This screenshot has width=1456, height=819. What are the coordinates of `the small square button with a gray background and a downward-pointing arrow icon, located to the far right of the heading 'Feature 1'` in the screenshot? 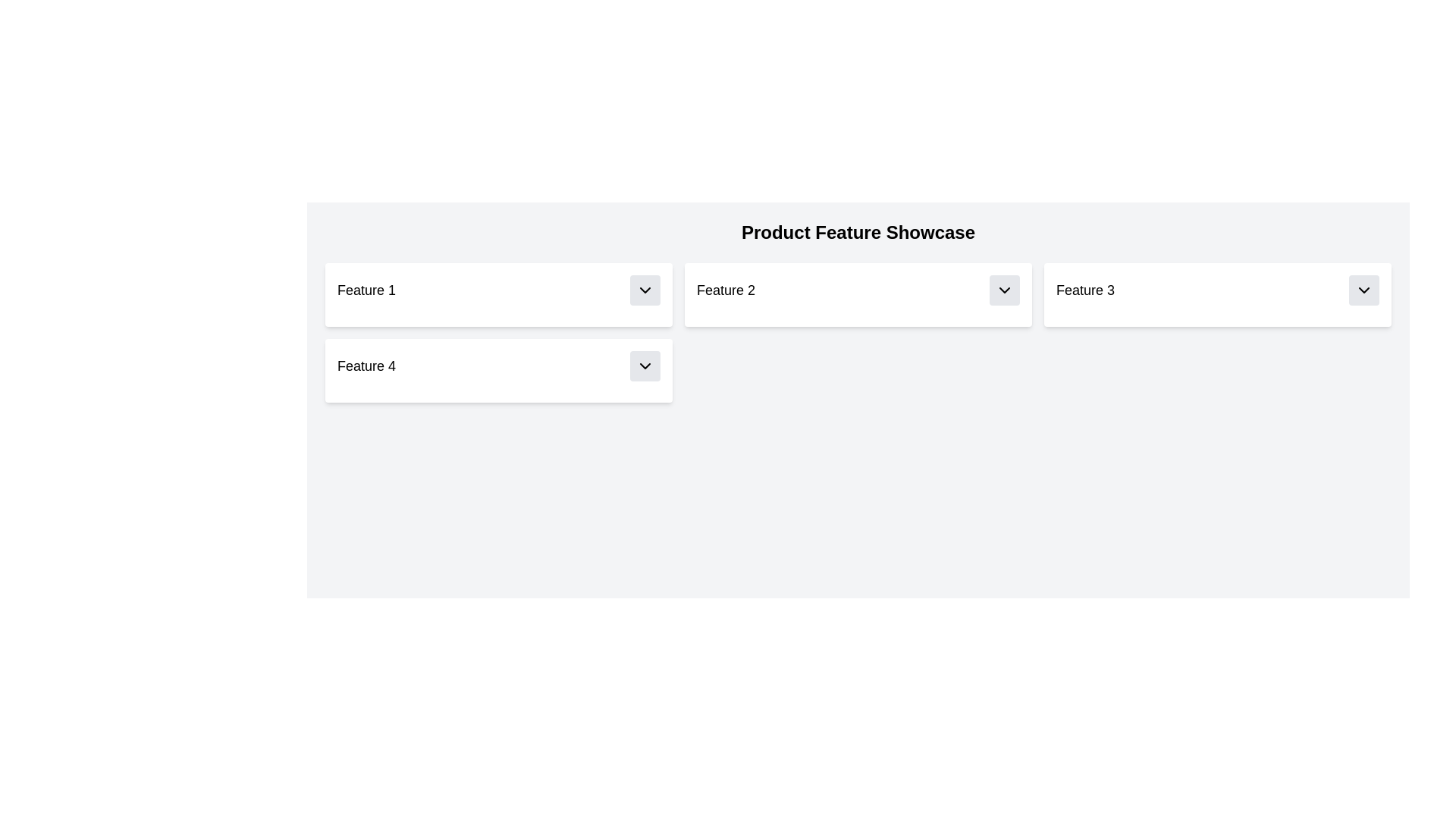 It's located at (645, 290).